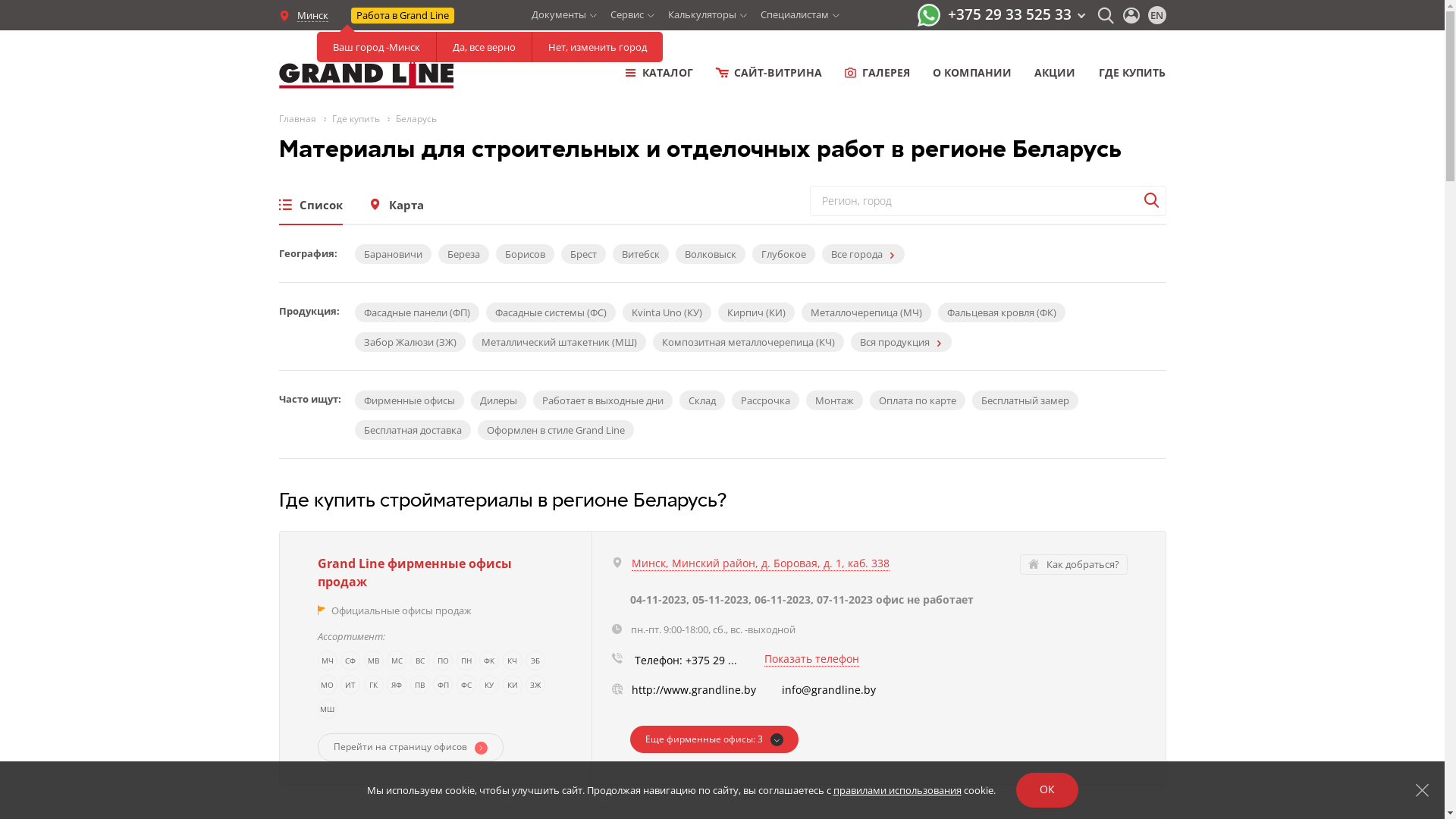 The height and width of the screenshot is (819, 1456). Describe the element at coordinates (630, 689) in the screenshot. I see `'http://www.grandline.by'` at that location.